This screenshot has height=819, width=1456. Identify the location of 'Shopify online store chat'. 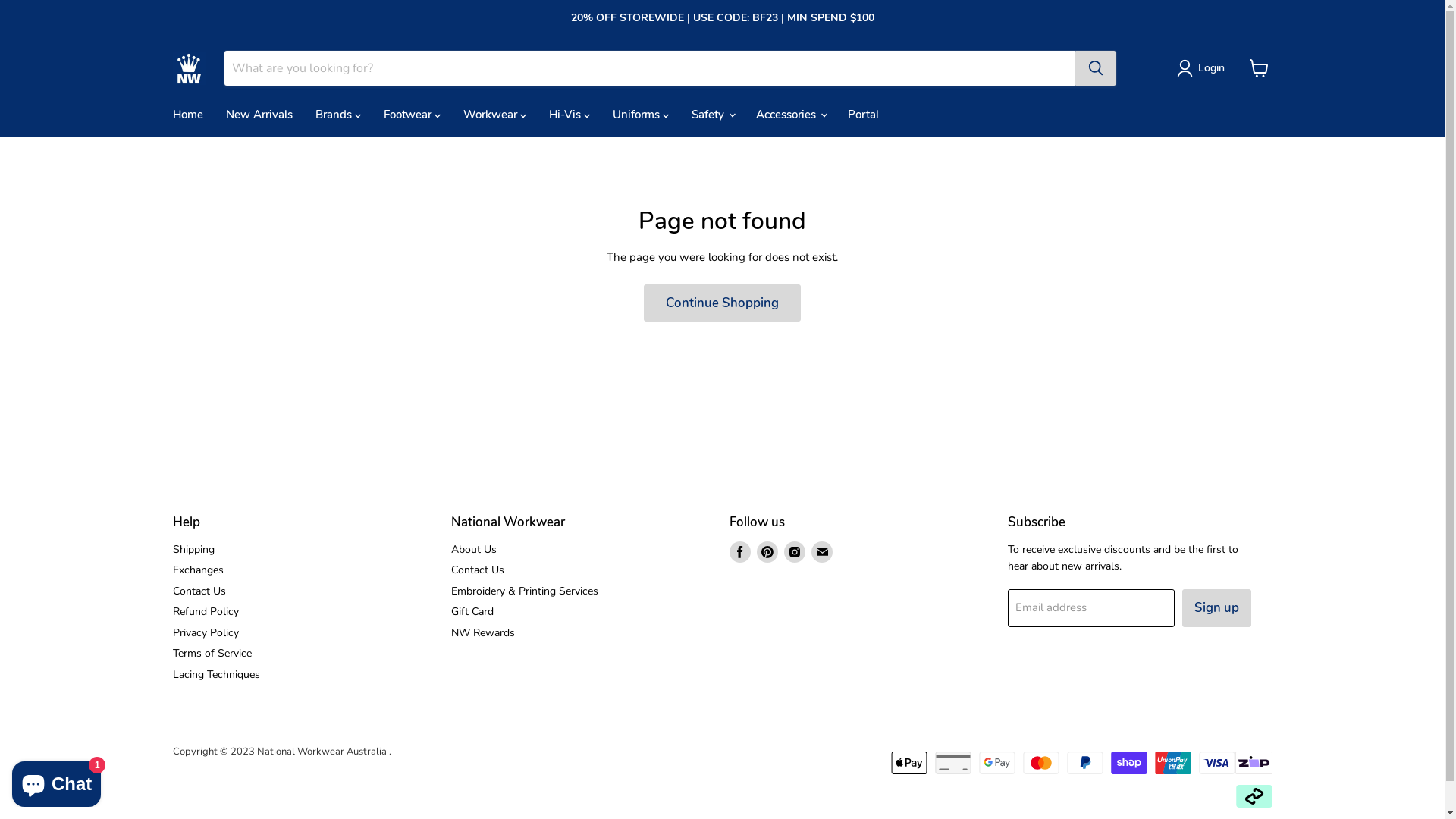
(56, 780).